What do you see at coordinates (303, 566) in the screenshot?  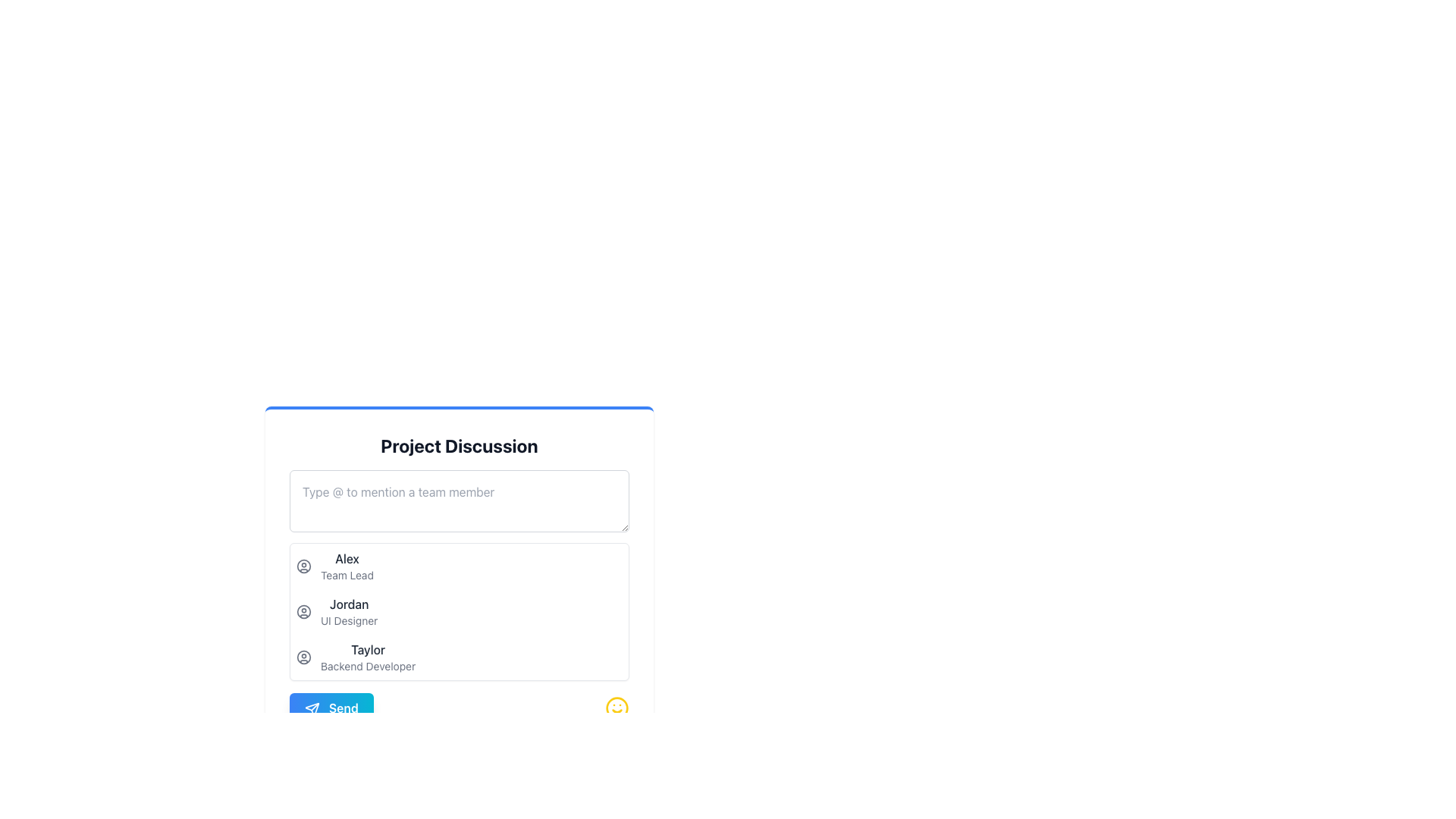 I see `the outermost circular outline representing the avatar for user 'Alex' in the SVG graphic` at bounding box center [303, 566].